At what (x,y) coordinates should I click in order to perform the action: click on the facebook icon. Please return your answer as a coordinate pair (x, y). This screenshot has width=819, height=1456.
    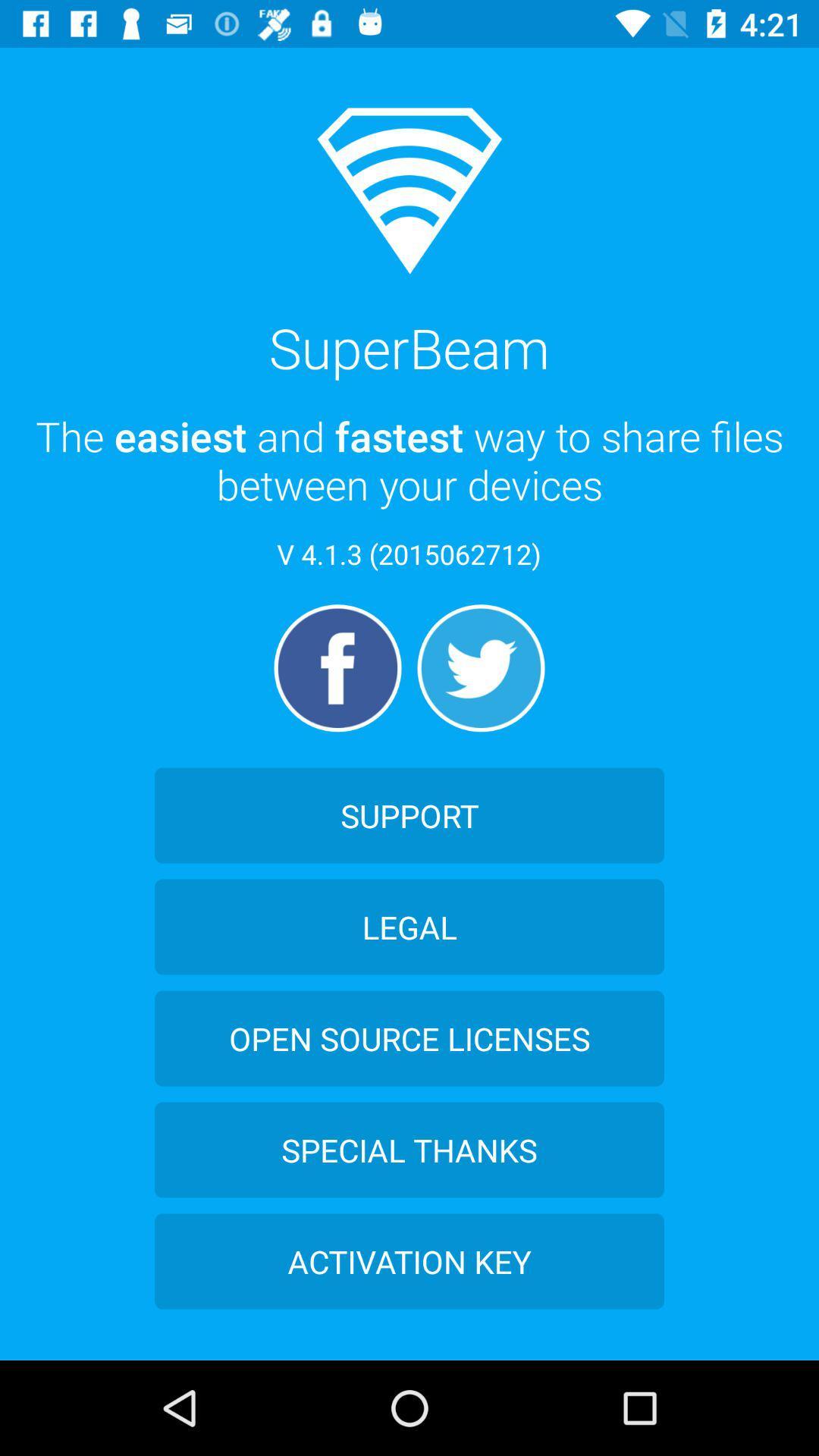
    Looking at the image, I should click on (337, 667).